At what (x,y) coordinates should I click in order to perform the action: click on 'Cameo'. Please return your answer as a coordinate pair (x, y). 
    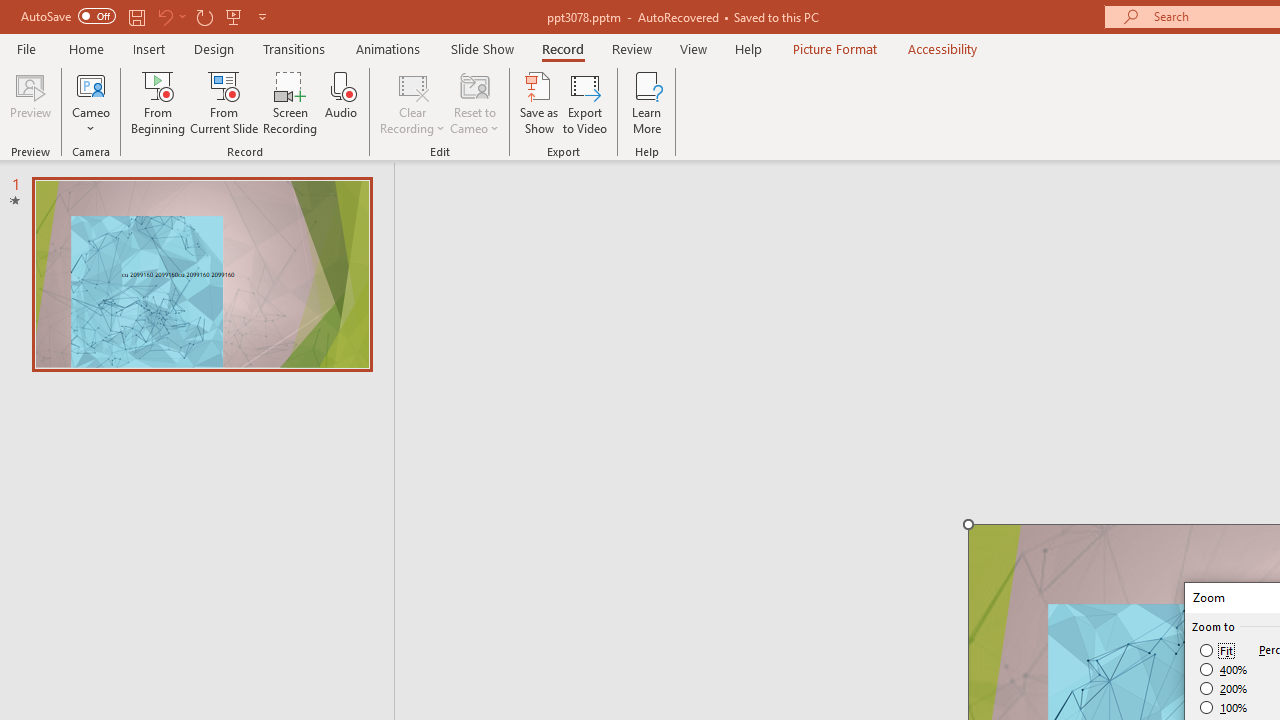
    Looking at the image, I should click on (90, 103).